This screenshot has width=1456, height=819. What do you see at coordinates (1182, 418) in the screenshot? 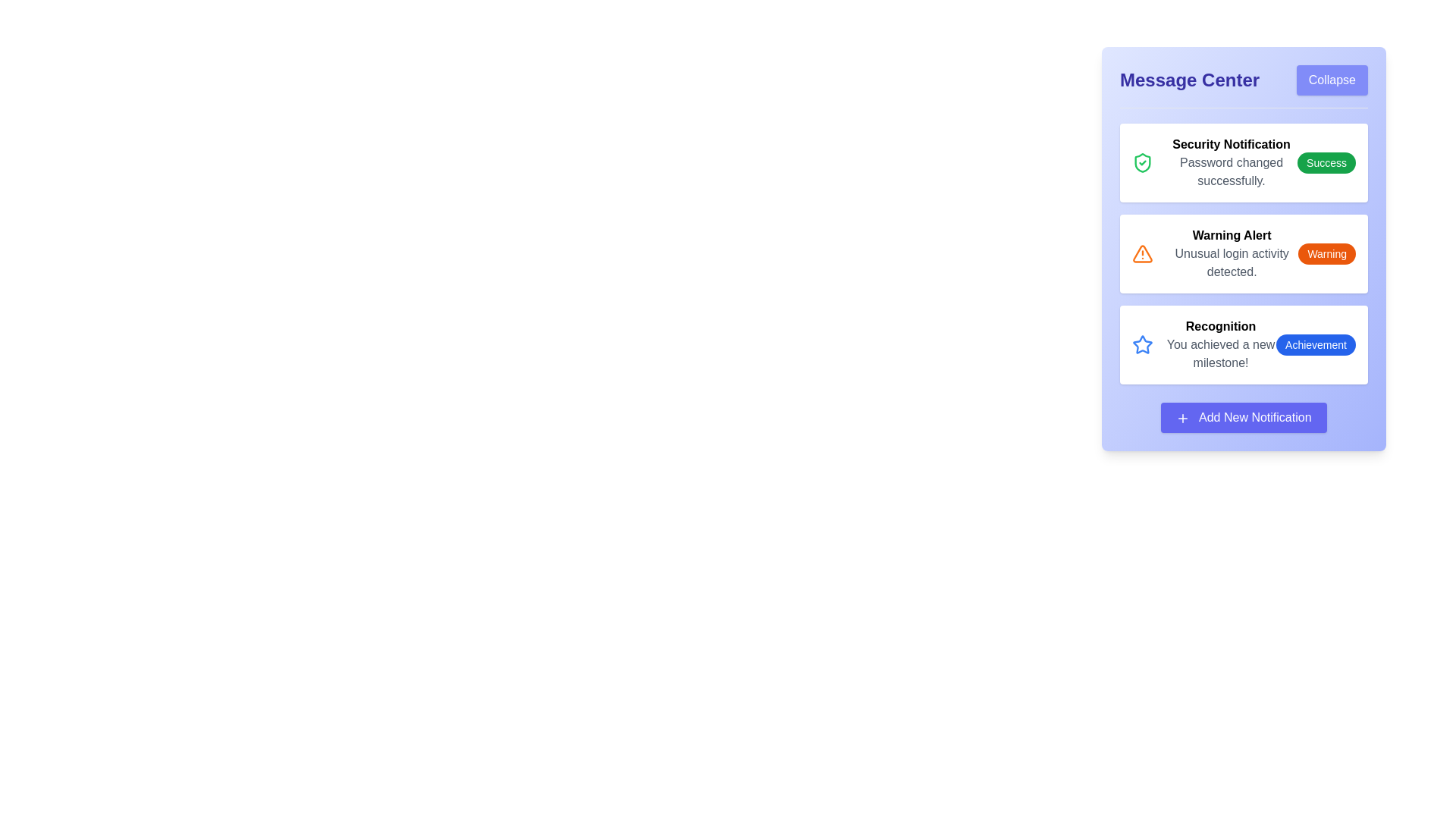
I see `the small, cross-shaped icon located to the left of the 'Add New Notification' button` at bounding box center [1182, 418].